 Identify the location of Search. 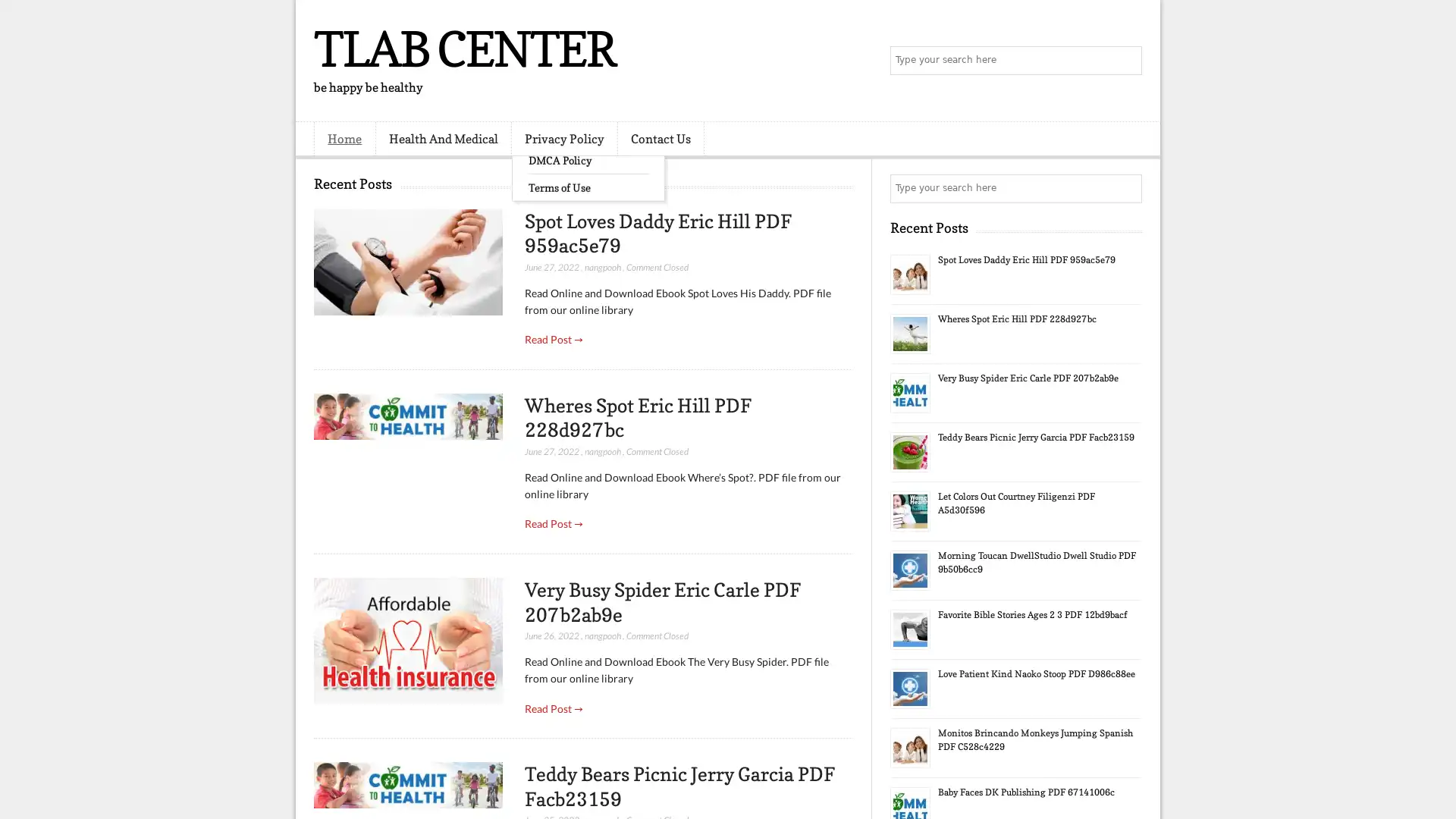
(1126, 188).